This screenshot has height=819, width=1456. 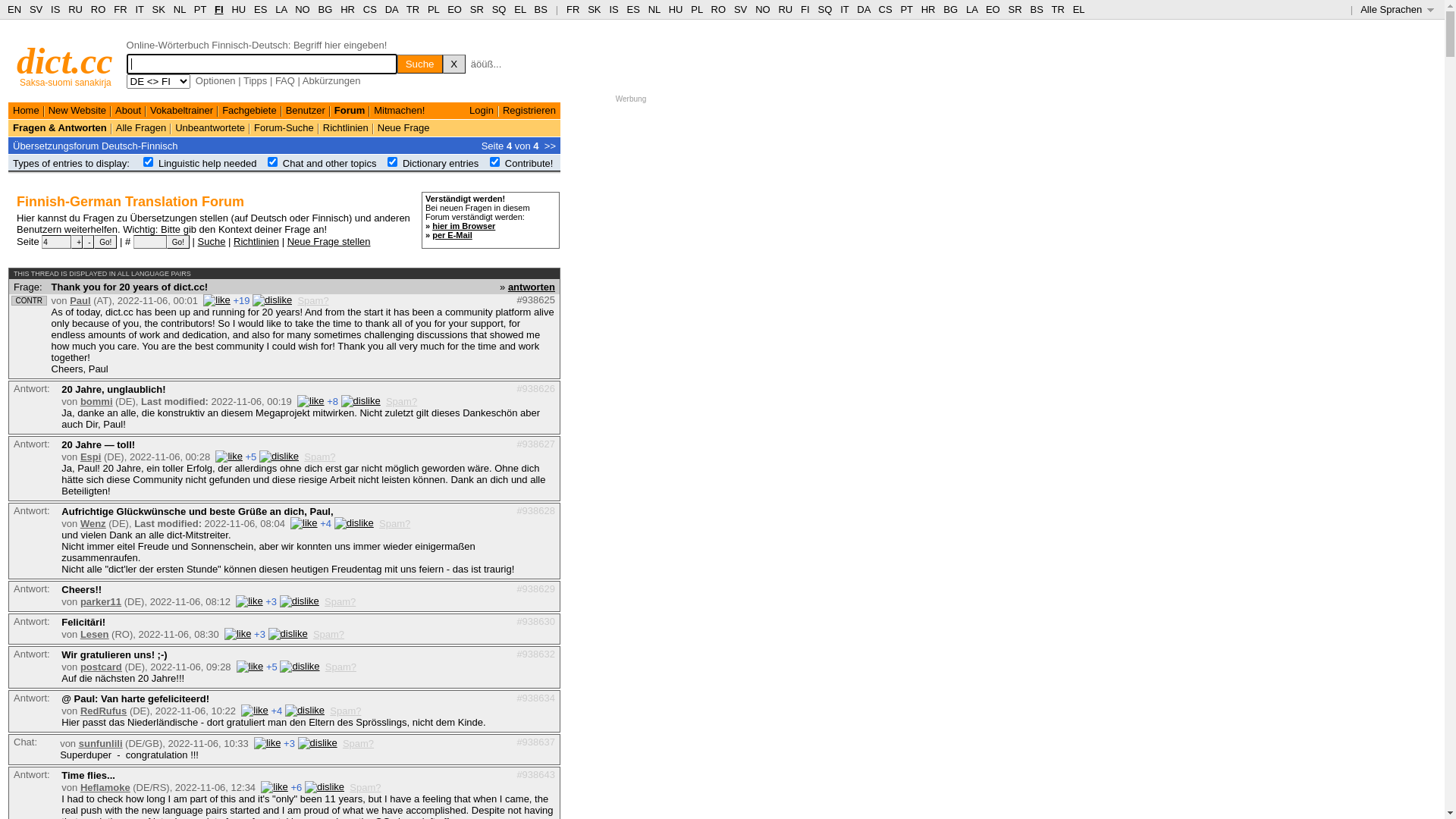 What do you see at coordinates (535, 652) in the screenshot?
I see `'#938632'` at bounding box center [535, 652].